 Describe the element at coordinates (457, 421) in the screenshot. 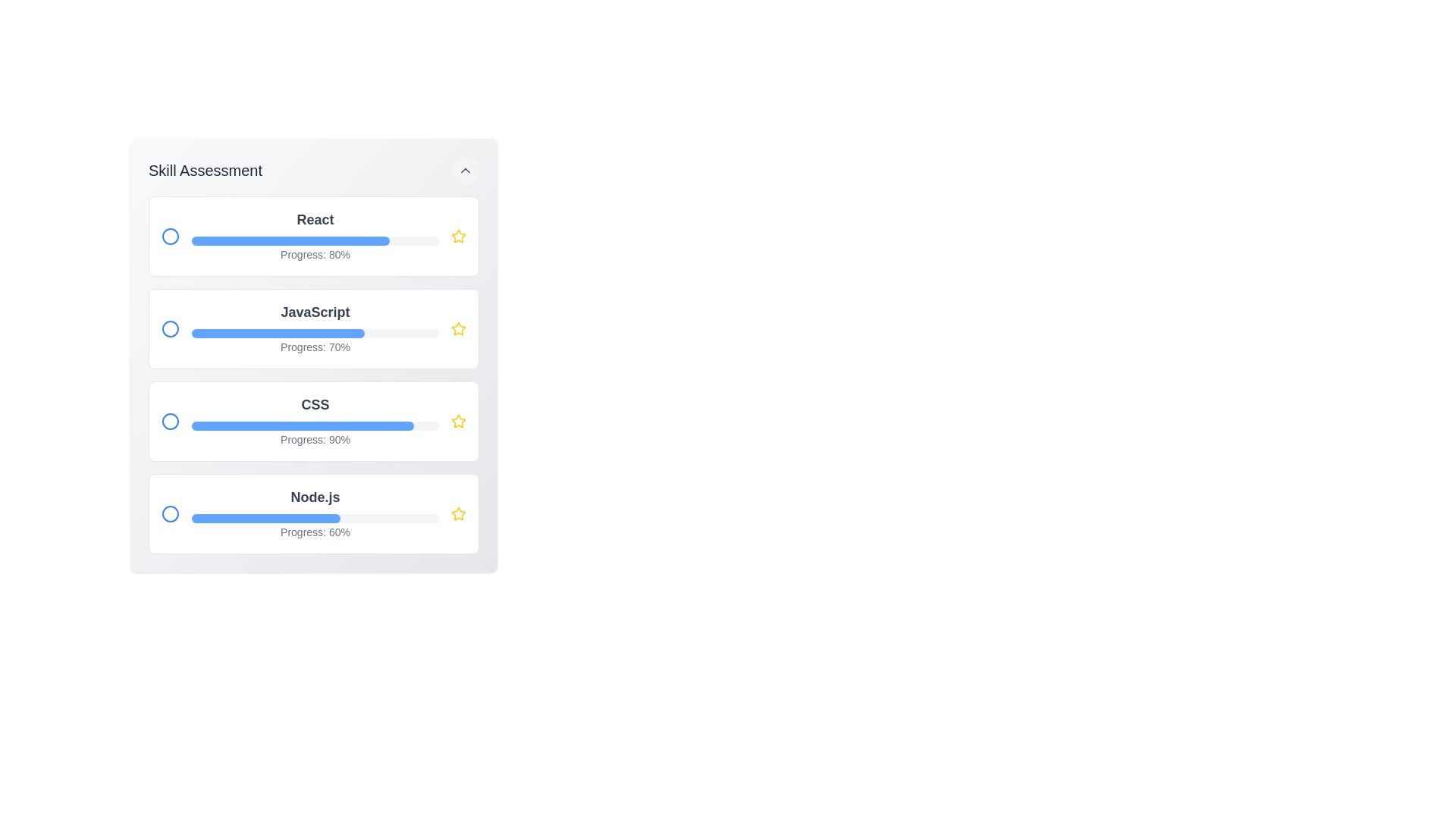

I see `the star icon to favorite the skill corresponding to CSS` at that location.